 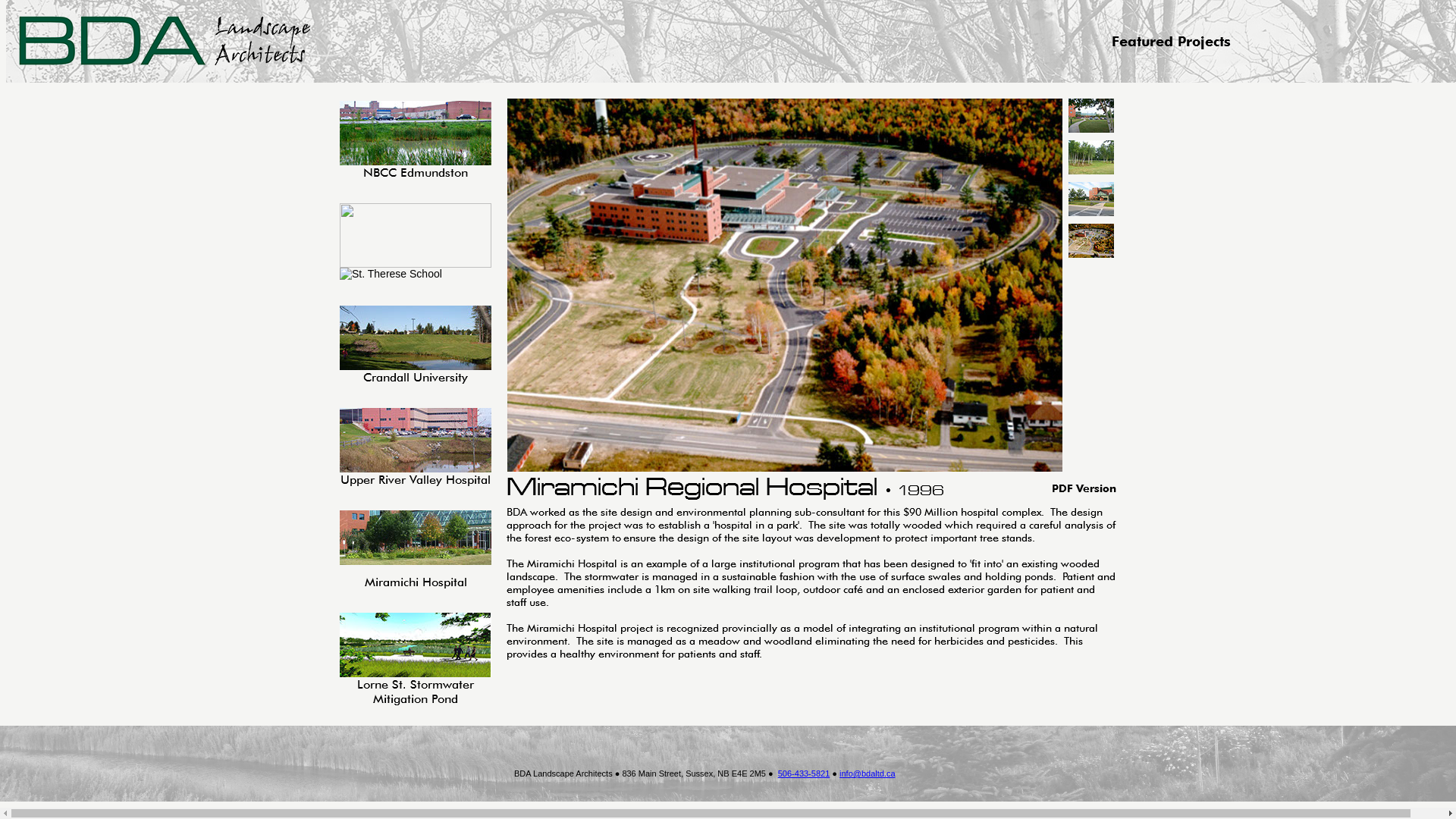 I want to click on '506-433-5821', so click(x=803, y=773).